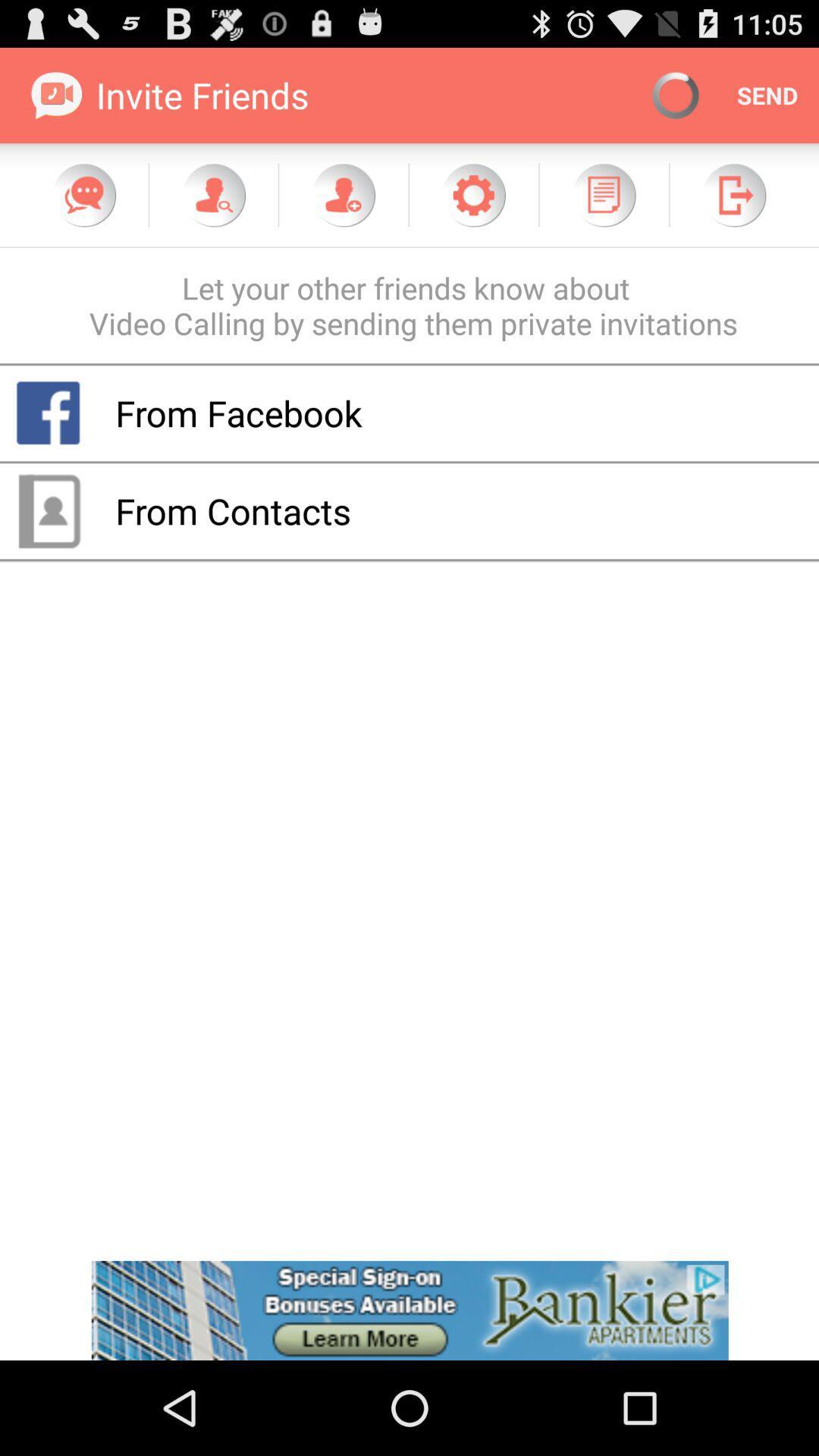  I want to click on the description icon, so click(603, 208).